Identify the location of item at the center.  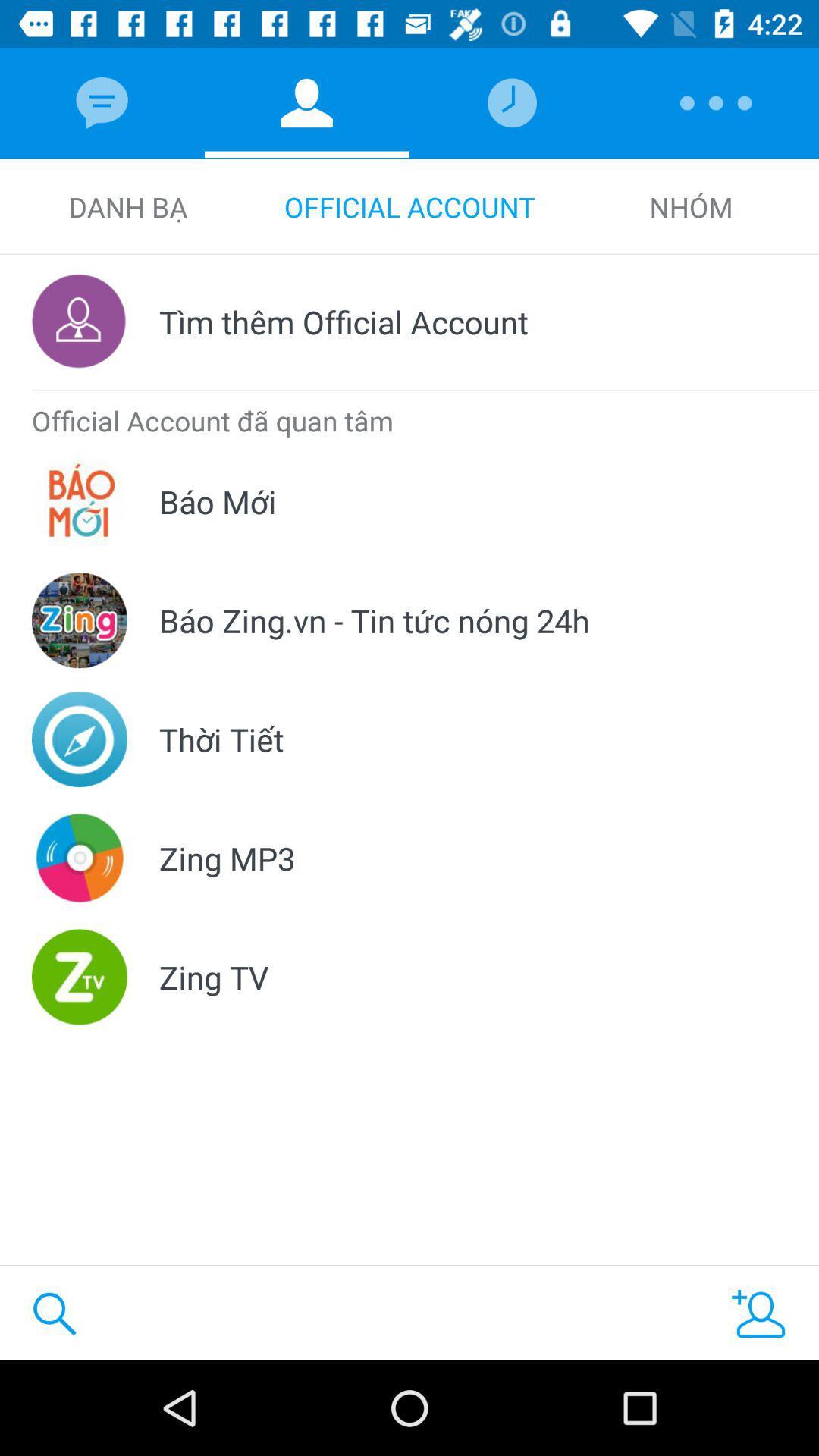
(374, 620).